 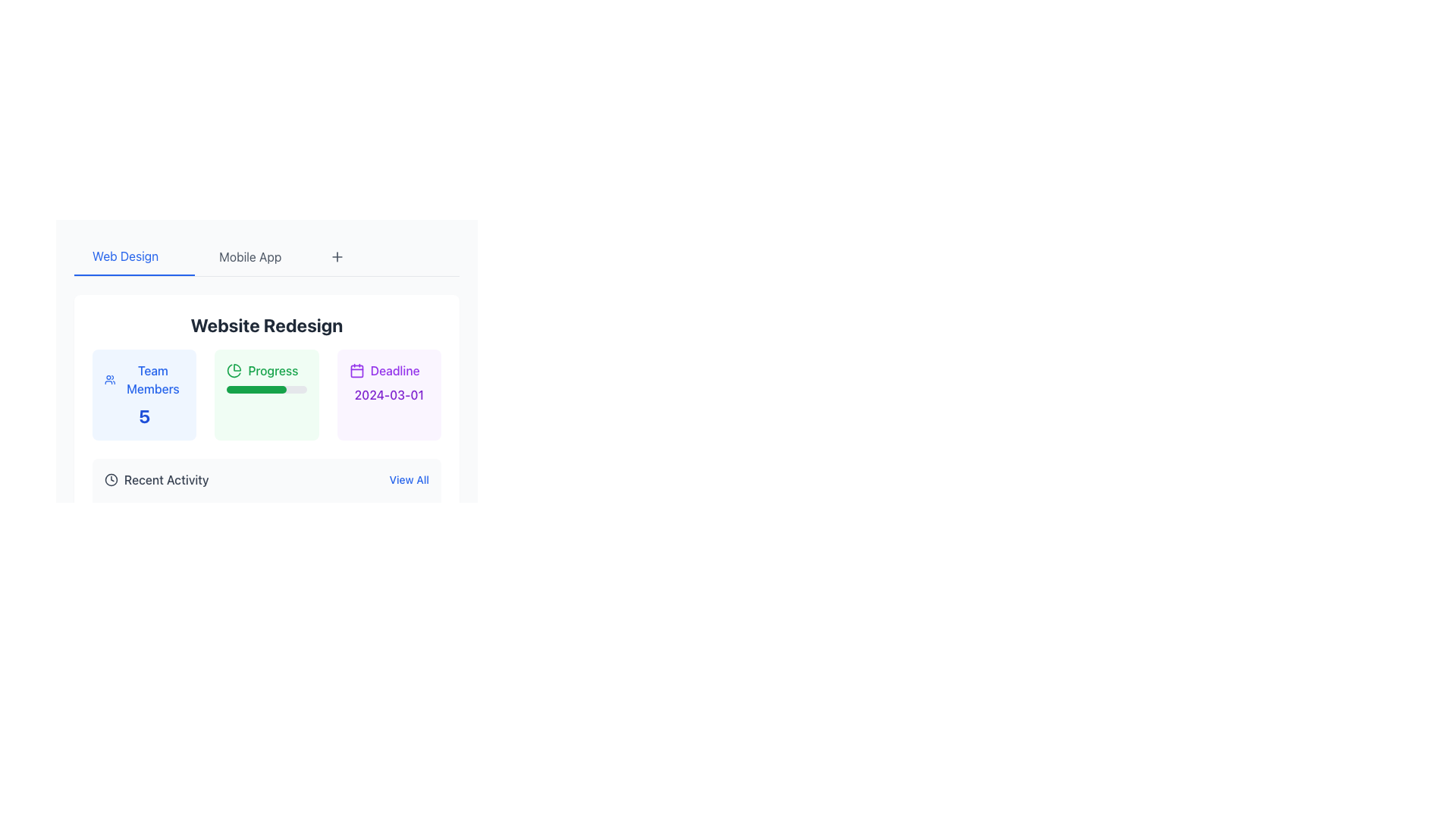 I want to click on the 'Mobile App' tab in the horizontal navigation bar, which is styled with gray text and located immediately to the right of the active 'Web Design' tab, so click(x=266, y=256).